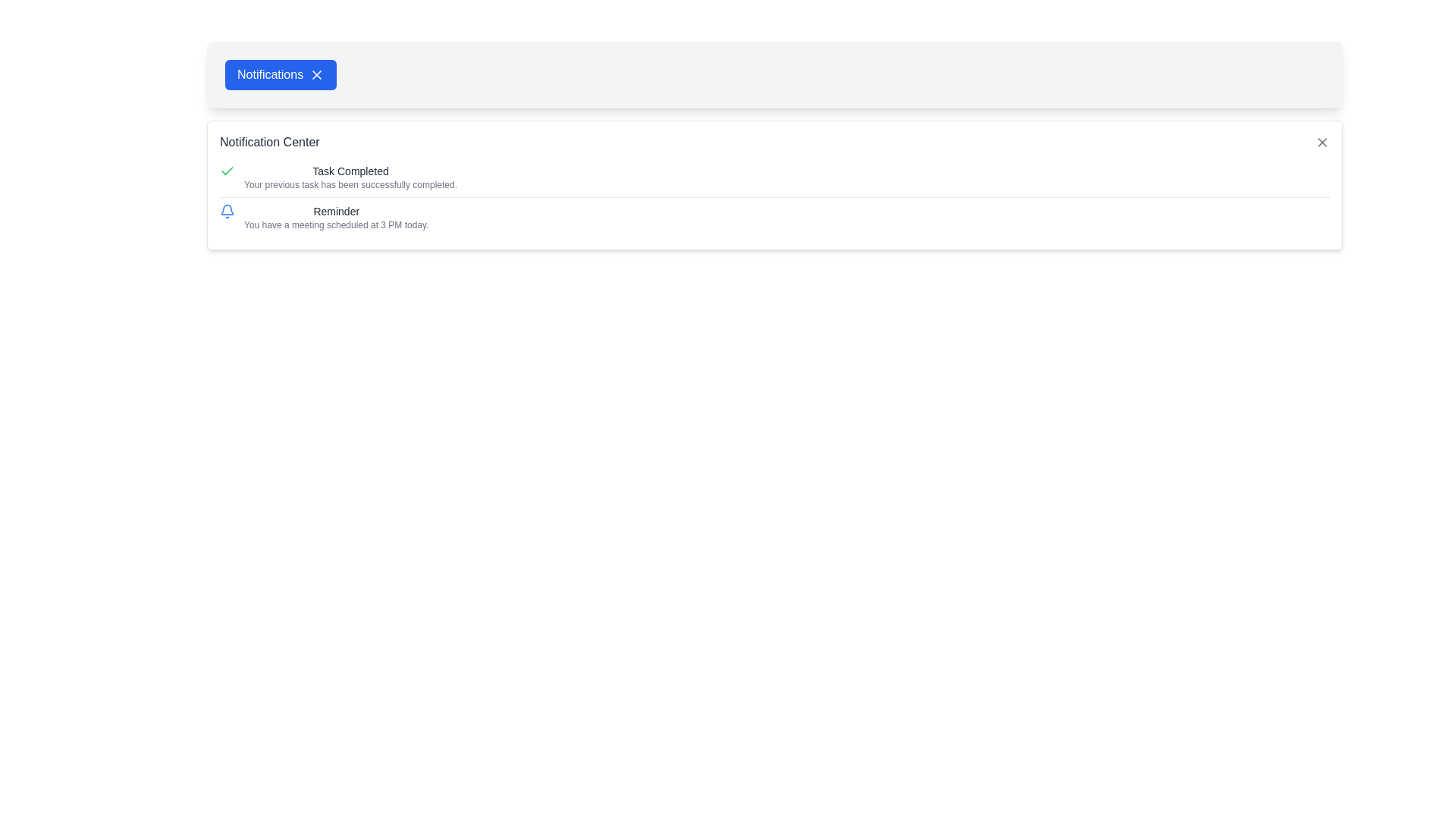 The height and width of the screenshot is (819, 1456). What do you see at coordinates (775, 217) in the screenshot?
I see `the notification item that reminds the user about the upcoming meeting scheduled for 3 PM today, which is the second item in the notification center` at bounding box center [775, 217].